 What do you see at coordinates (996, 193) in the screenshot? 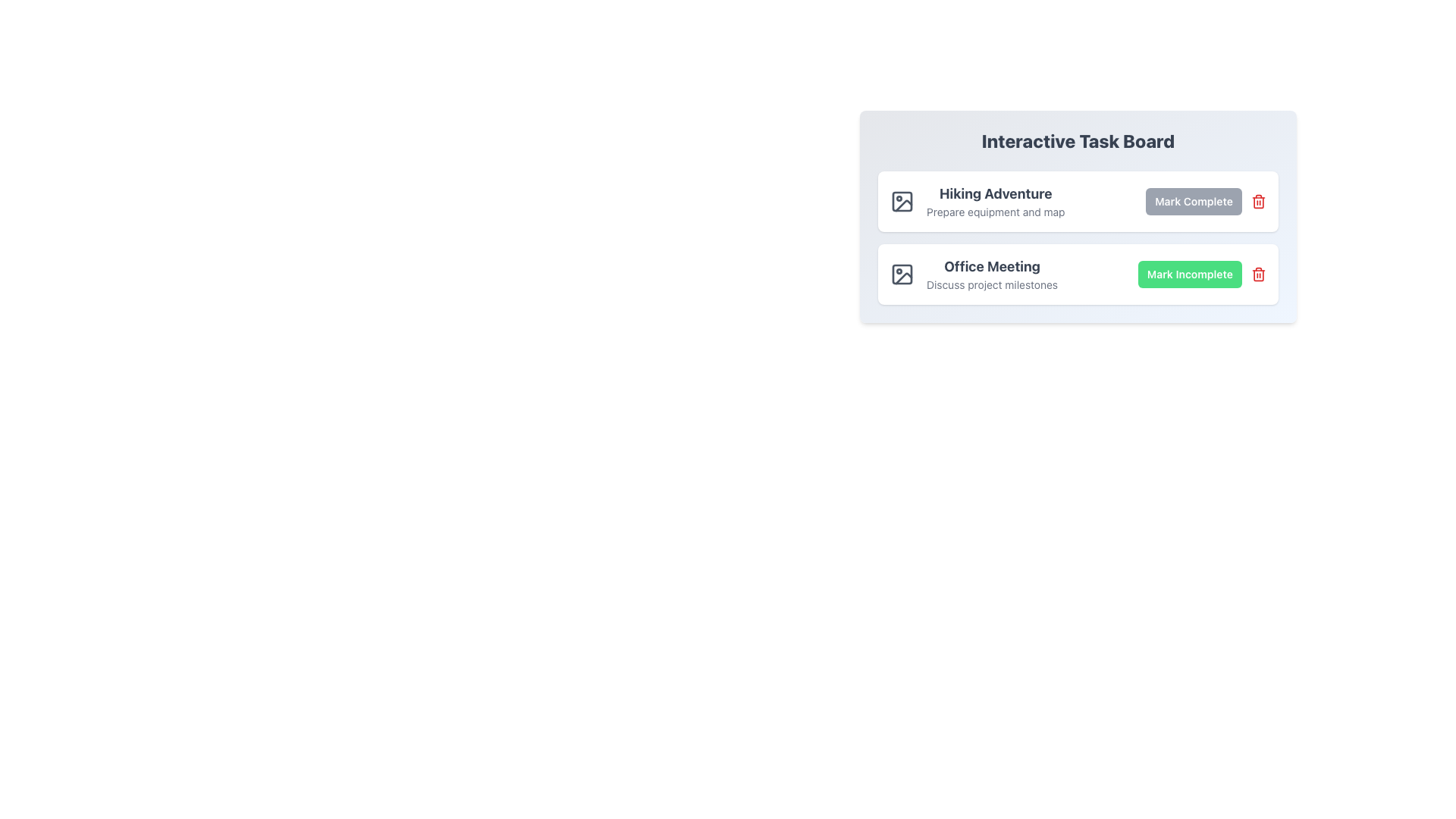
I see `the Text Label located at the top of the task card, which serves as the main title for a task or event` at bounding box center [996, 193].